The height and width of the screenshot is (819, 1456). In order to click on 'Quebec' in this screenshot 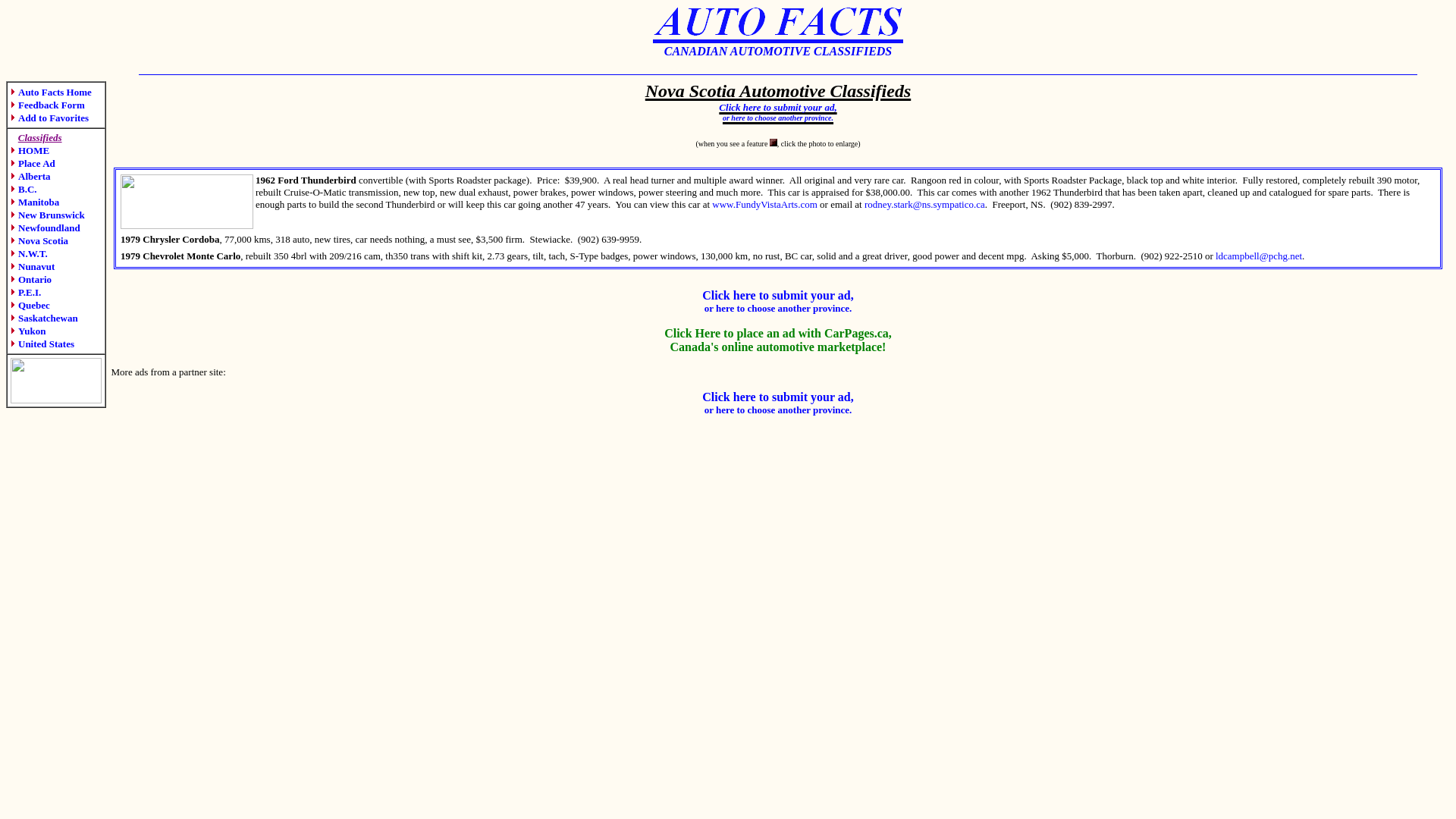, I will do `click(11, 305)`.